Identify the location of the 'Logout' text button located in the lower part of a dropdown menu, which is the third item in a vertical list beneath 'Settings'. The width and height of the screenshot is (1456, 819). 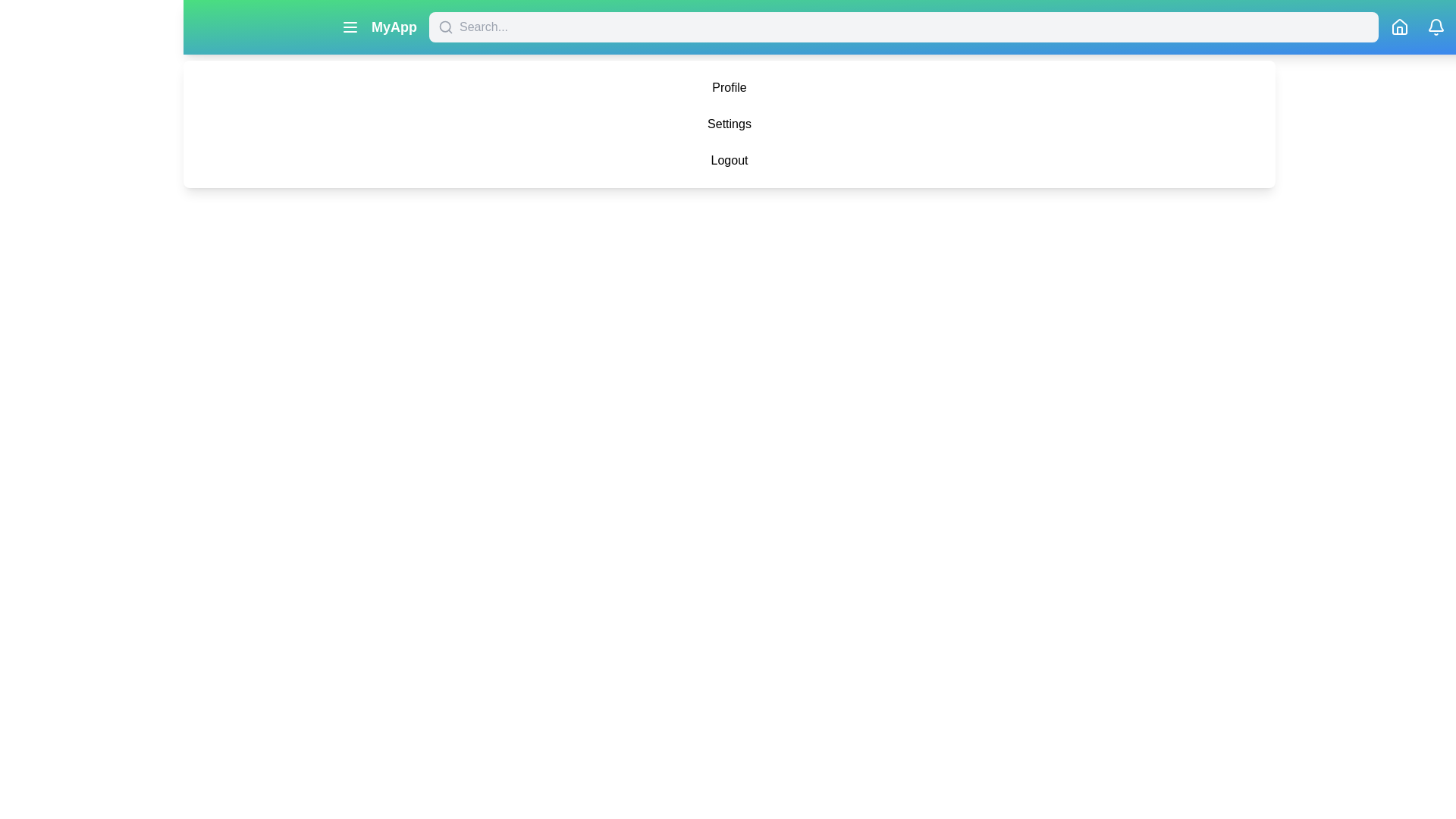
(729, 161).